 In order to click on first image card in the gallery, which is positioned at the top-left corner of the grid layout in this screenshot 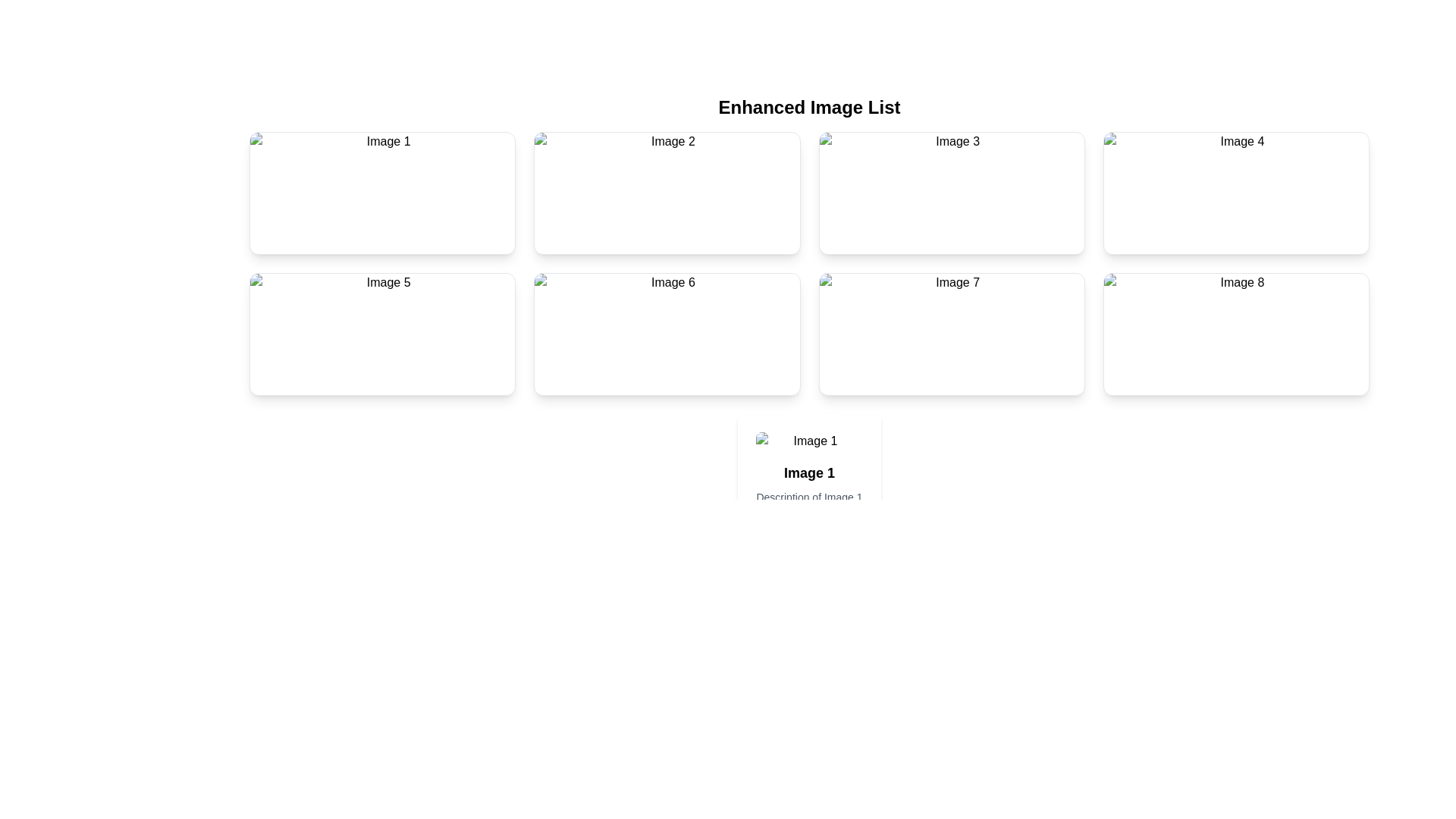, I will do `click(382, 192)`.